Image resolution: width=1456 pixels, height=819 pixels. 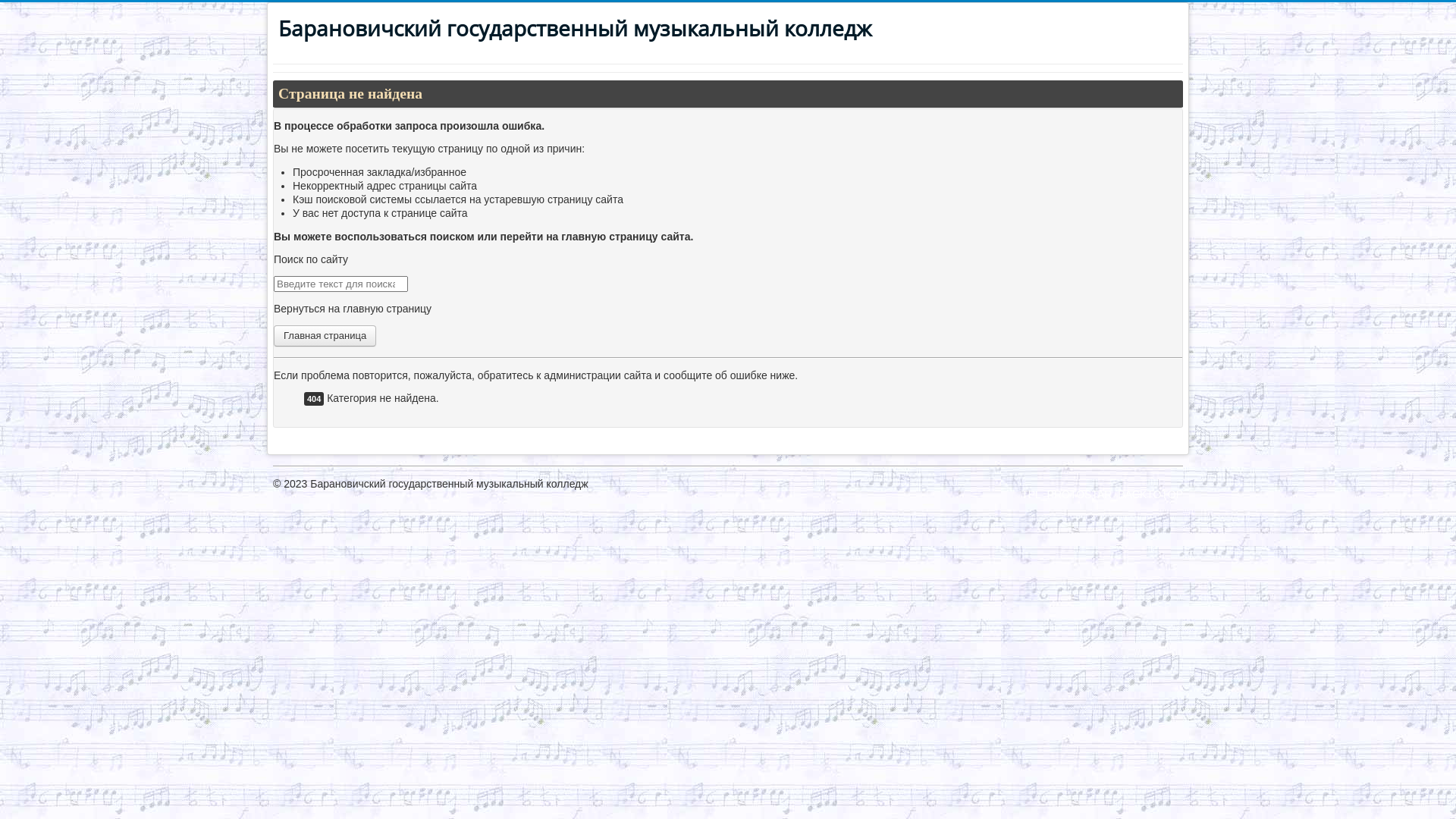 I want to click on 'TPL_PROTOSTAR_BACKTOTOP', so click(x=1102, y=494).